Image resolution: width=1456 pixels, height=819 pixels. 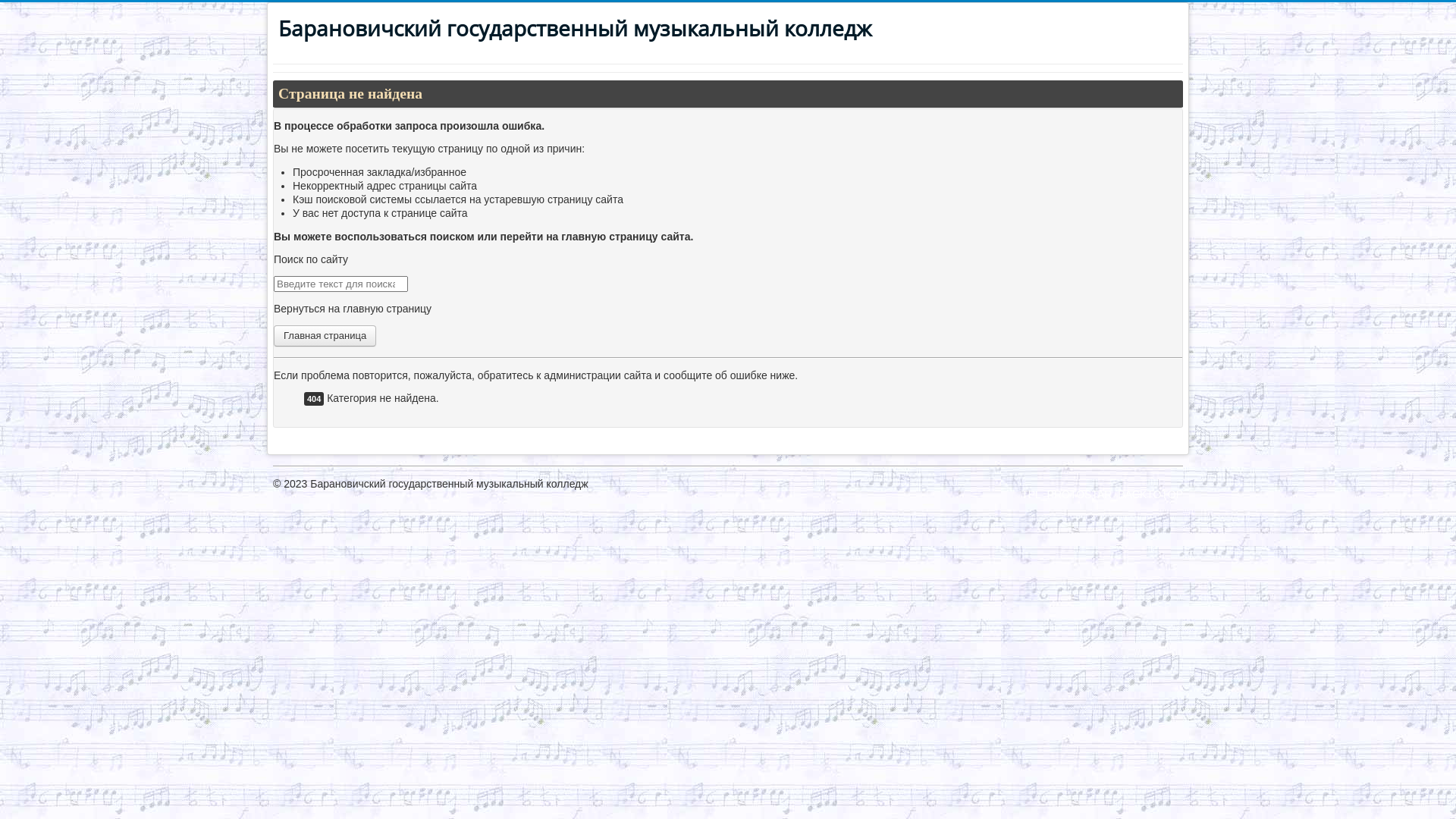 I want to click on 'TPL_PROTOSTAR_BACKTOTOP', so click(x=1102, y=494).